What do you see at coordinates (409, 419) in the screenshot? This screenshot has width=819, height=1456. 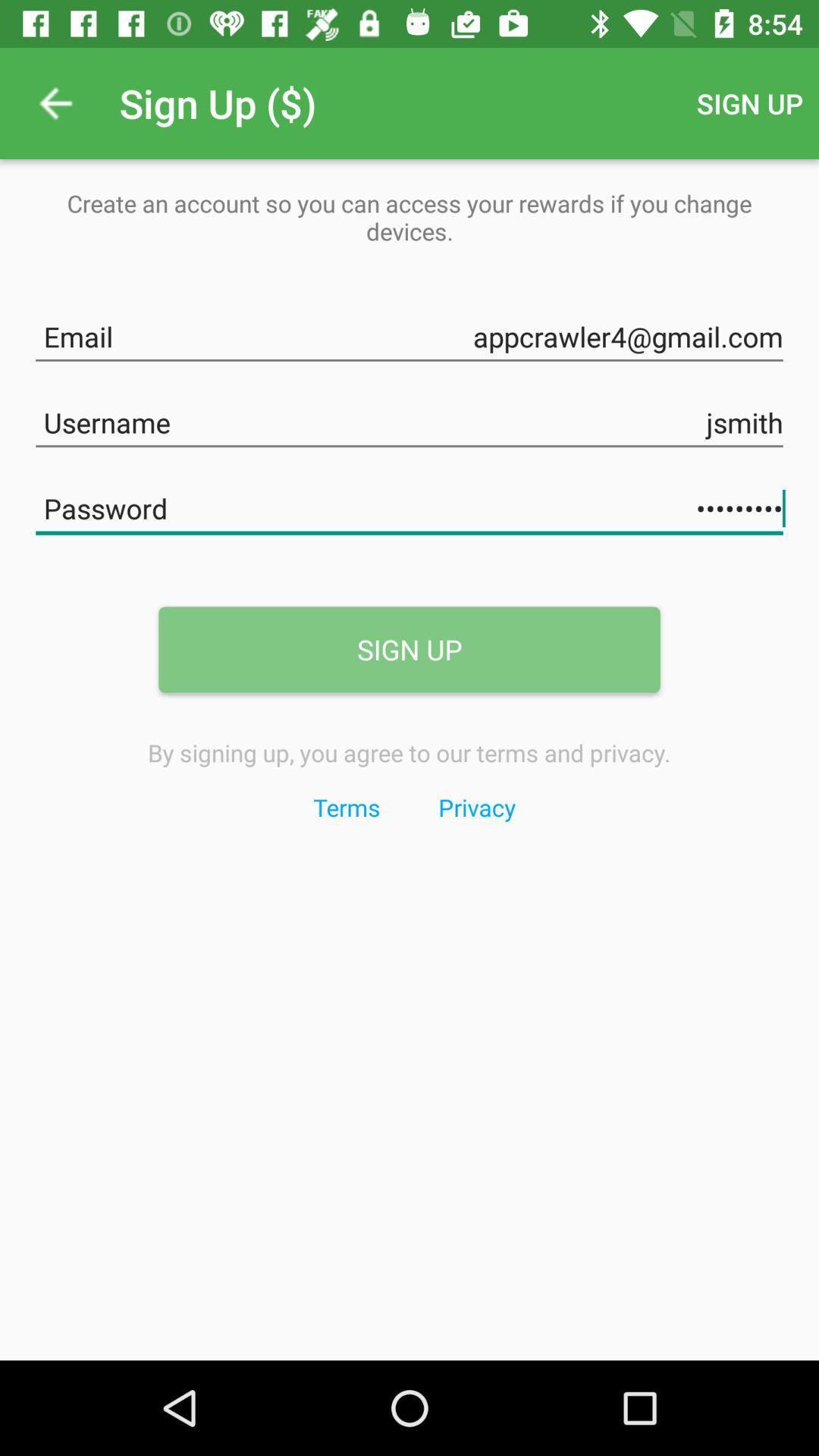 I see `the text field which is above the password` at bounding box center [409, 419].